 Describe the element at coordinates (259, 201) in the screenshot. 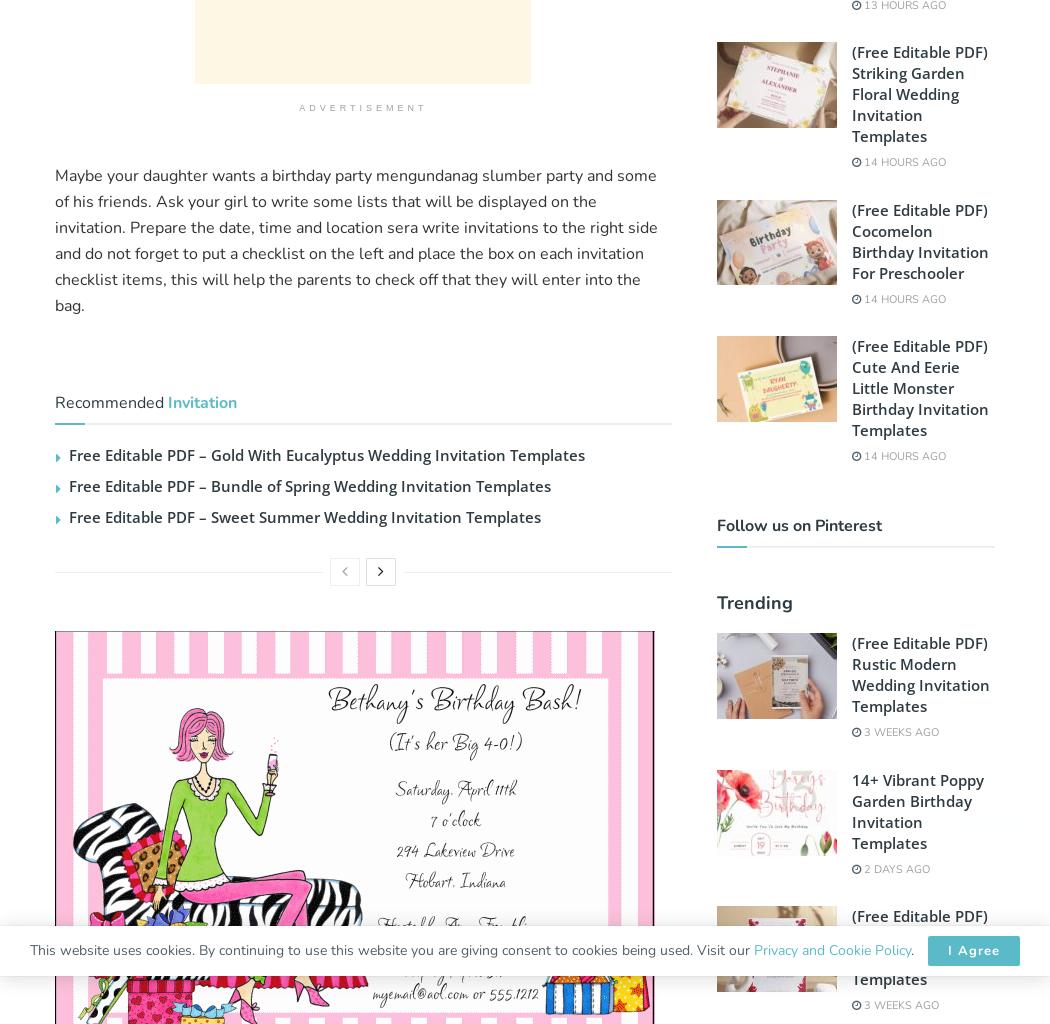

I see `'to'` at that location.